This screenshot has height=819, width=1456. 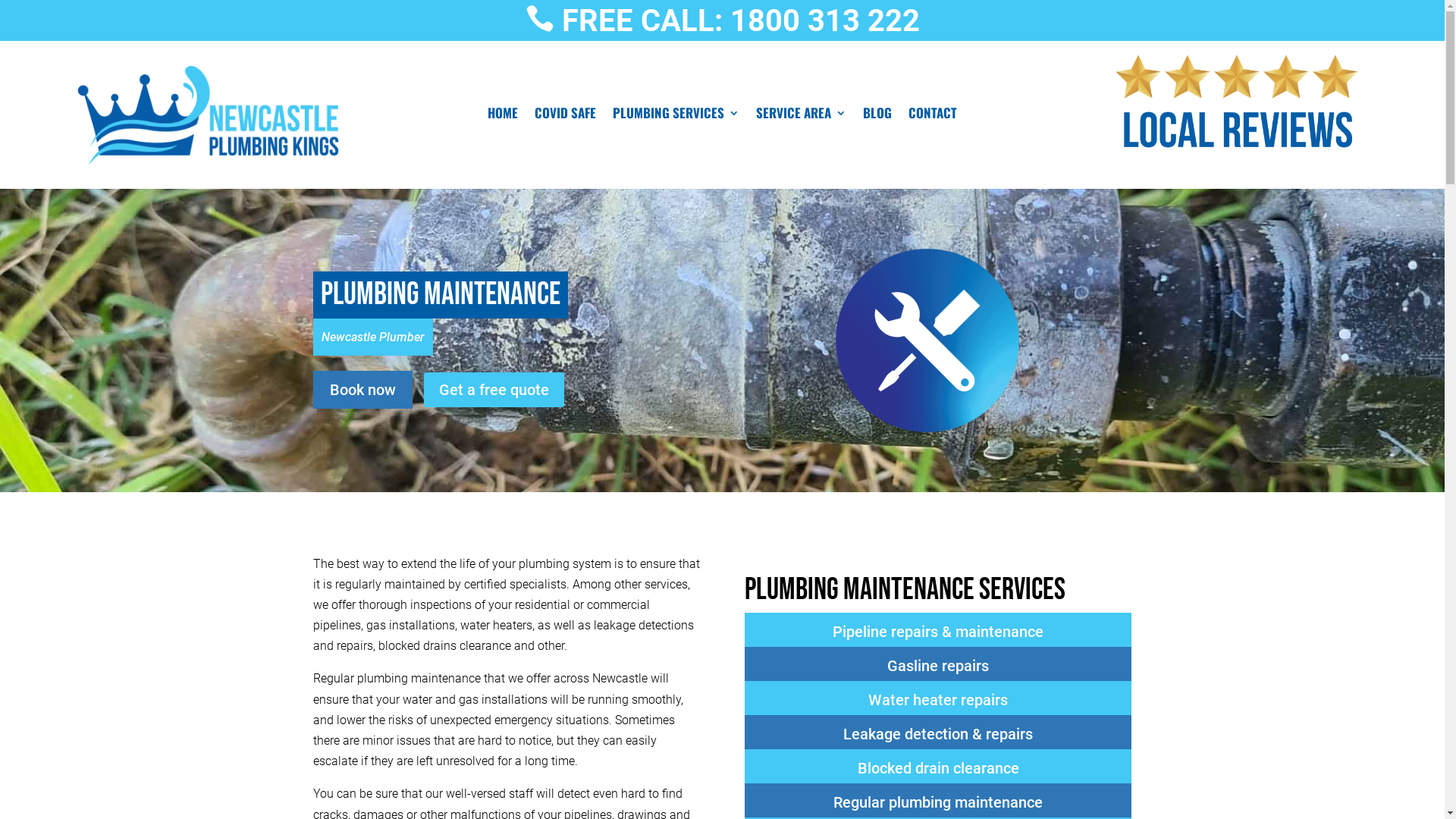 I want to click on 'Newcastle Plumbing Kings', so click(x=206, y=113).